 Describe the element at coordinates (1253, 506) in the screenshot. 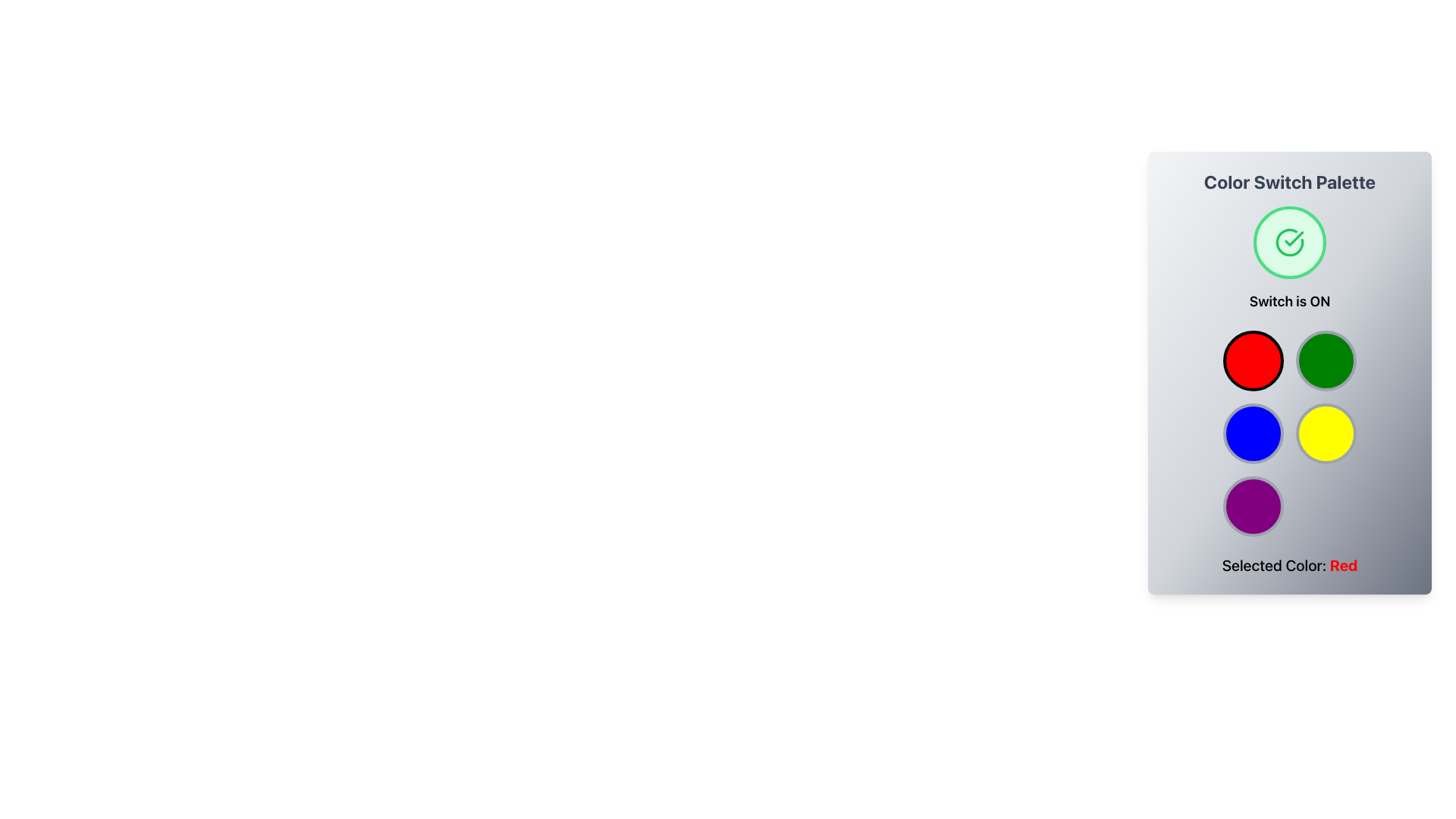

I see `the purple color selection button located in the bottom-left corner of the 2x3 grid layout` at that location.